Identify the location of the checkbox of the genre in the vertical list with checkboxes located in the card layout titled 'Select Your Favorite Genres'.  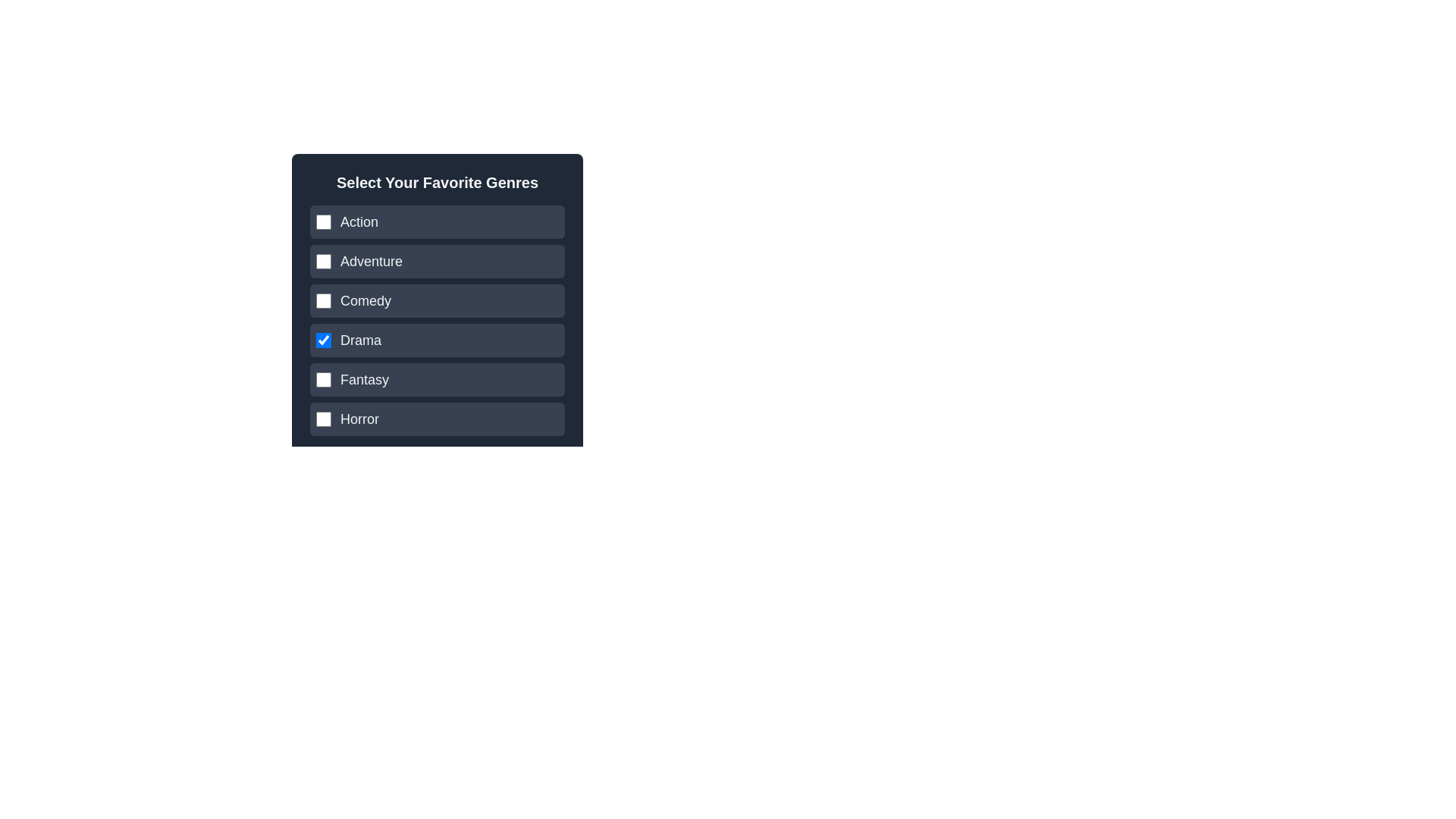
(436, 320).